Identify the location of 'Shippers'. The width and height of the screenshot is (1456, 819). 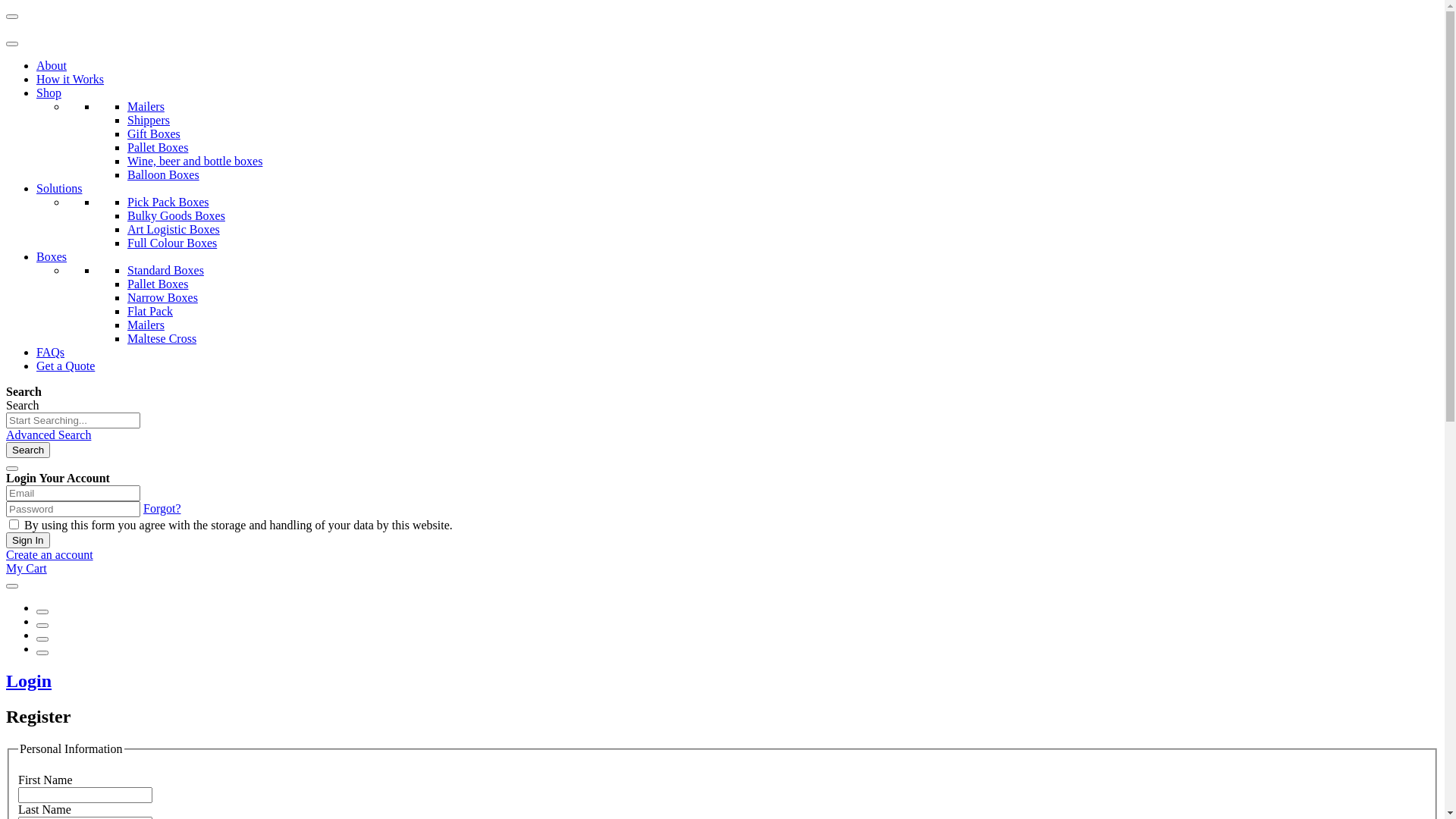
(149, 119).